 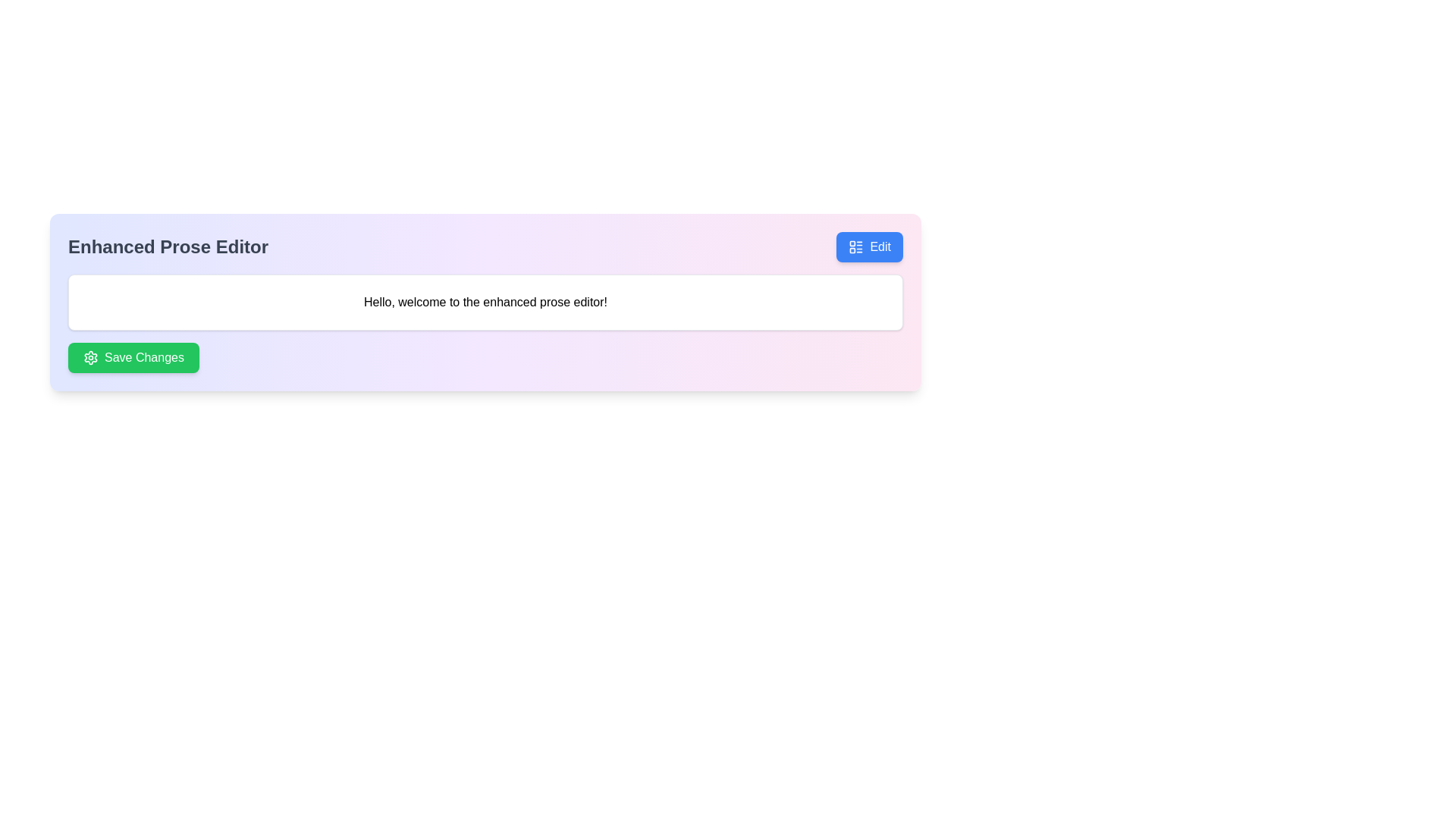 I want to click on the large bold text label reading 'Enhanced Prose Editor' located in the top-left section of the interface, aligned to the left of the 'Edit' button, so click(x=168, y=246).